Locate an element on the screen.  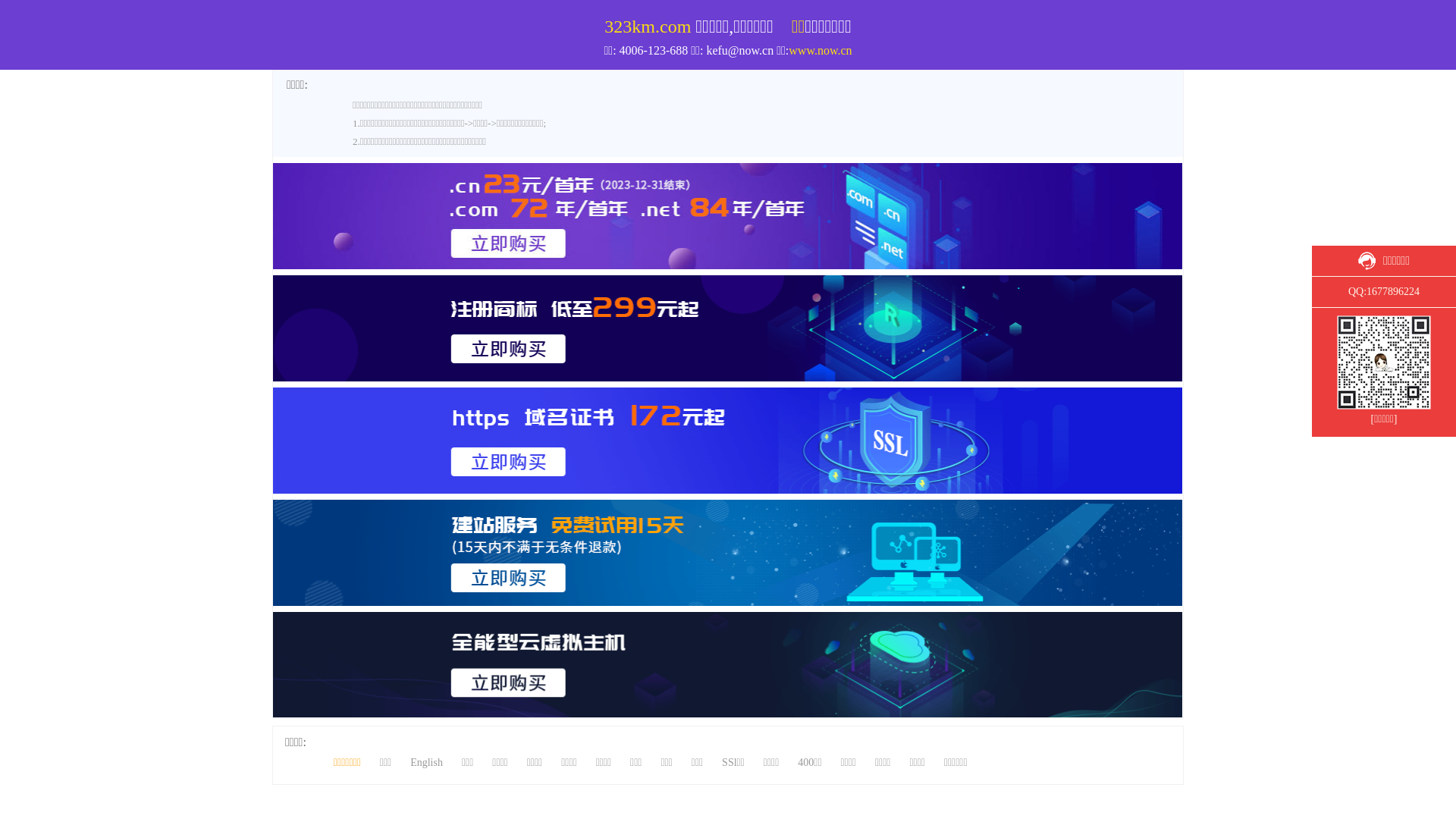
'English' is located at coordinates (425, 762).